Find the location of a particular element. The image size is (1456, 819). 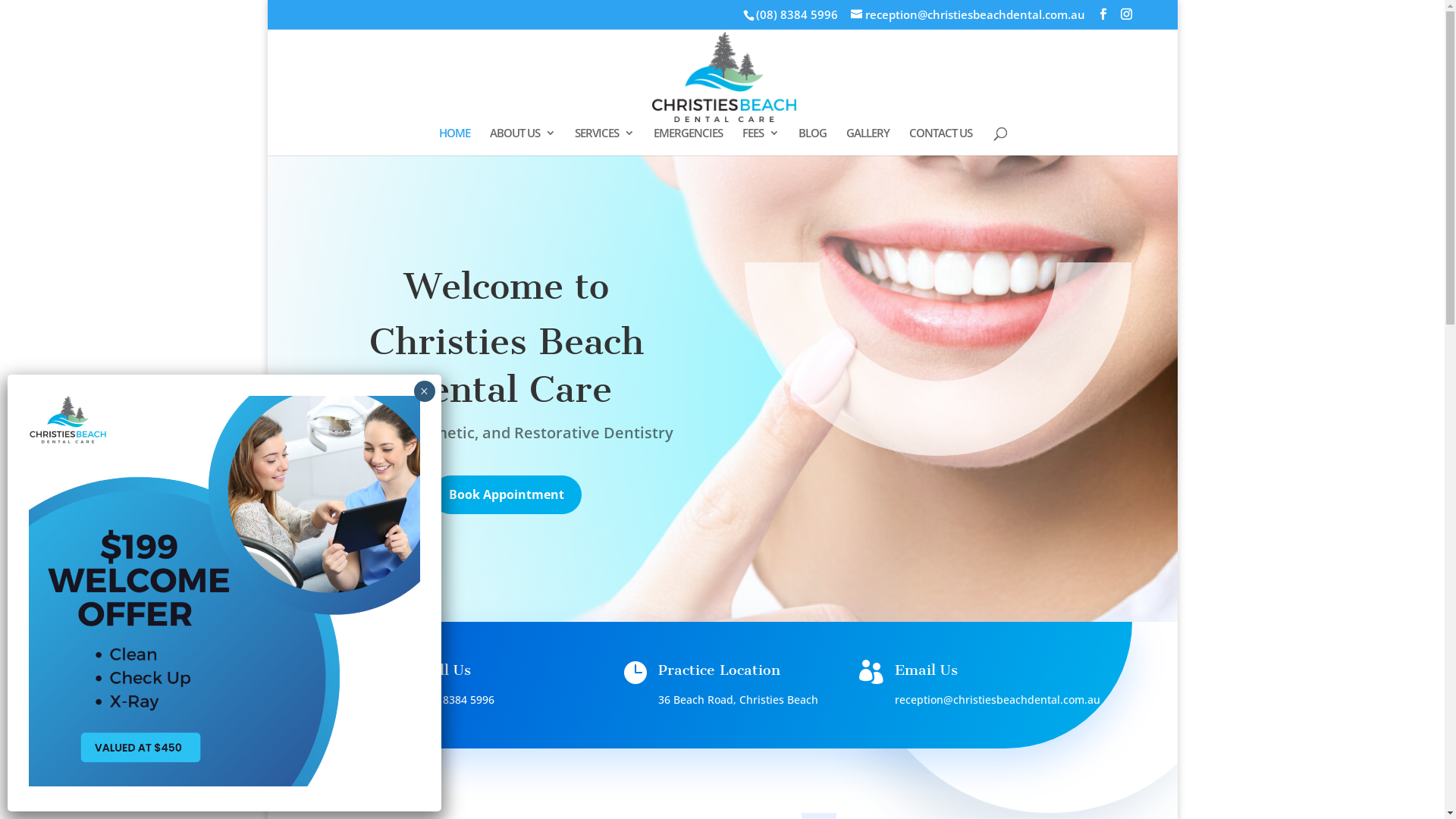

'HOME' is located at coordinates (453, 141).